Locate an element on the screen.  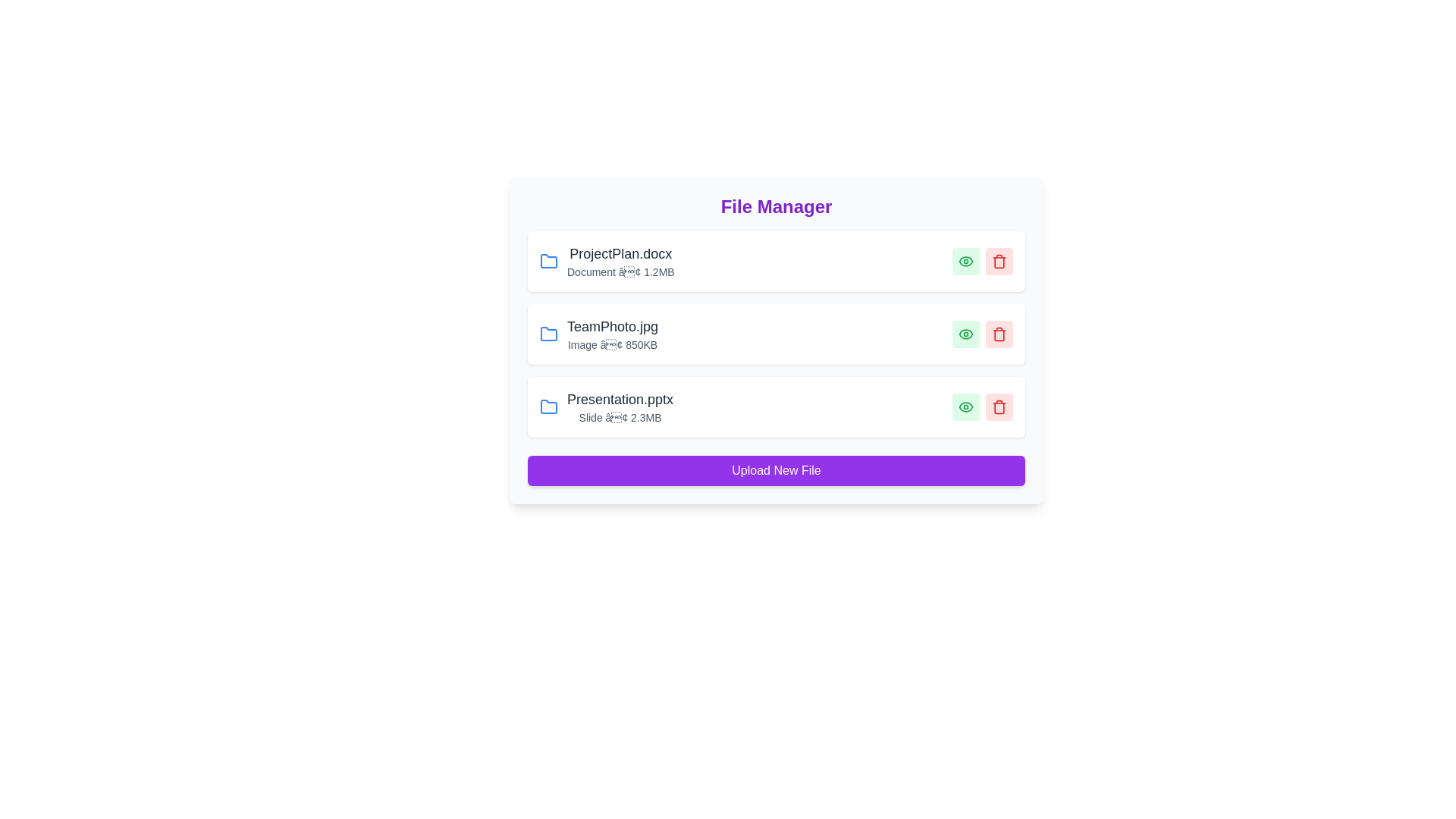
the folder icon for ProjectPlan.docx to navigate into its folder is located at coordinates (548, 260).